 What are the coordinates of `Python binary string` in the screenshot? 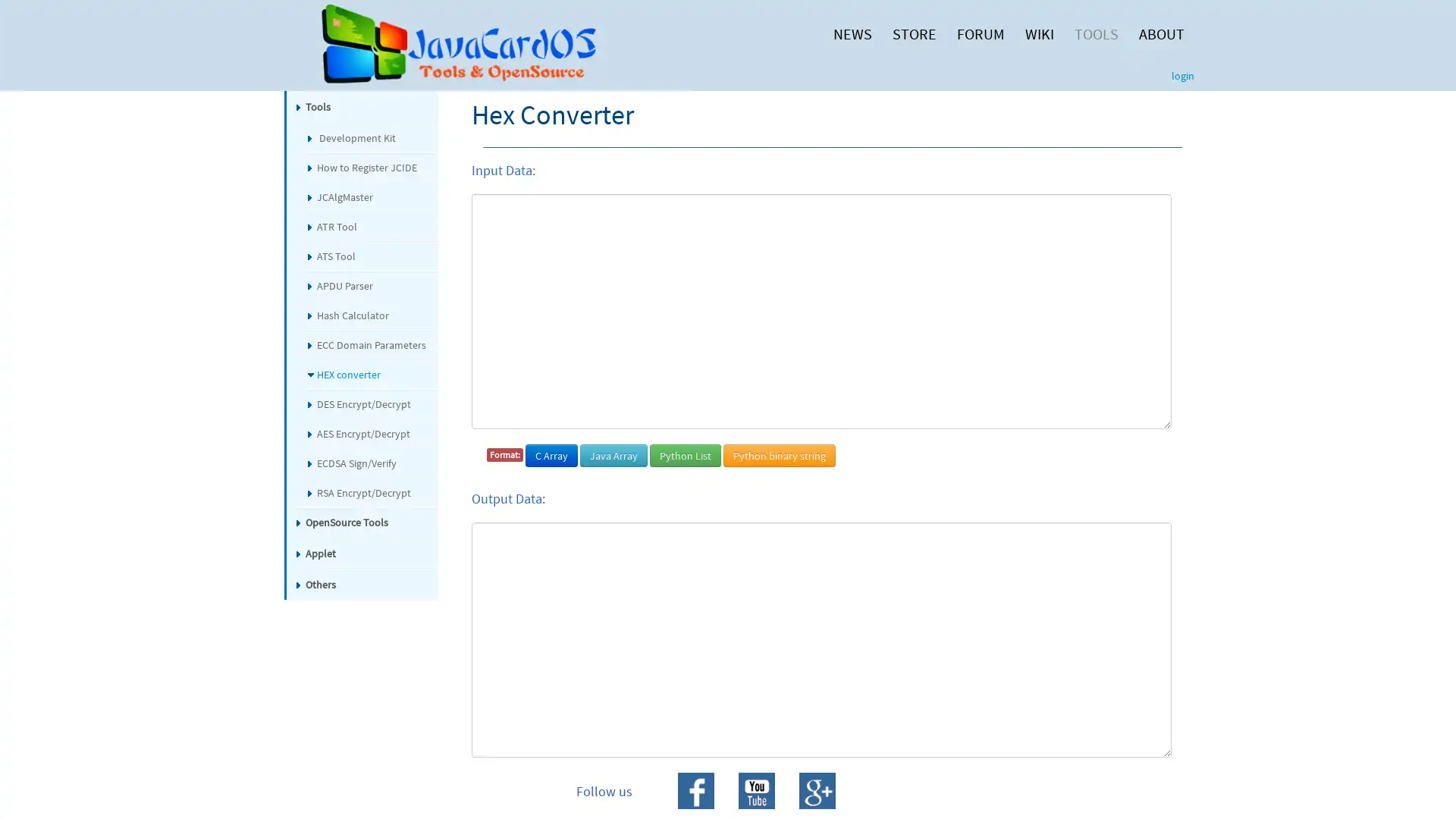 It's located at (779, 454).